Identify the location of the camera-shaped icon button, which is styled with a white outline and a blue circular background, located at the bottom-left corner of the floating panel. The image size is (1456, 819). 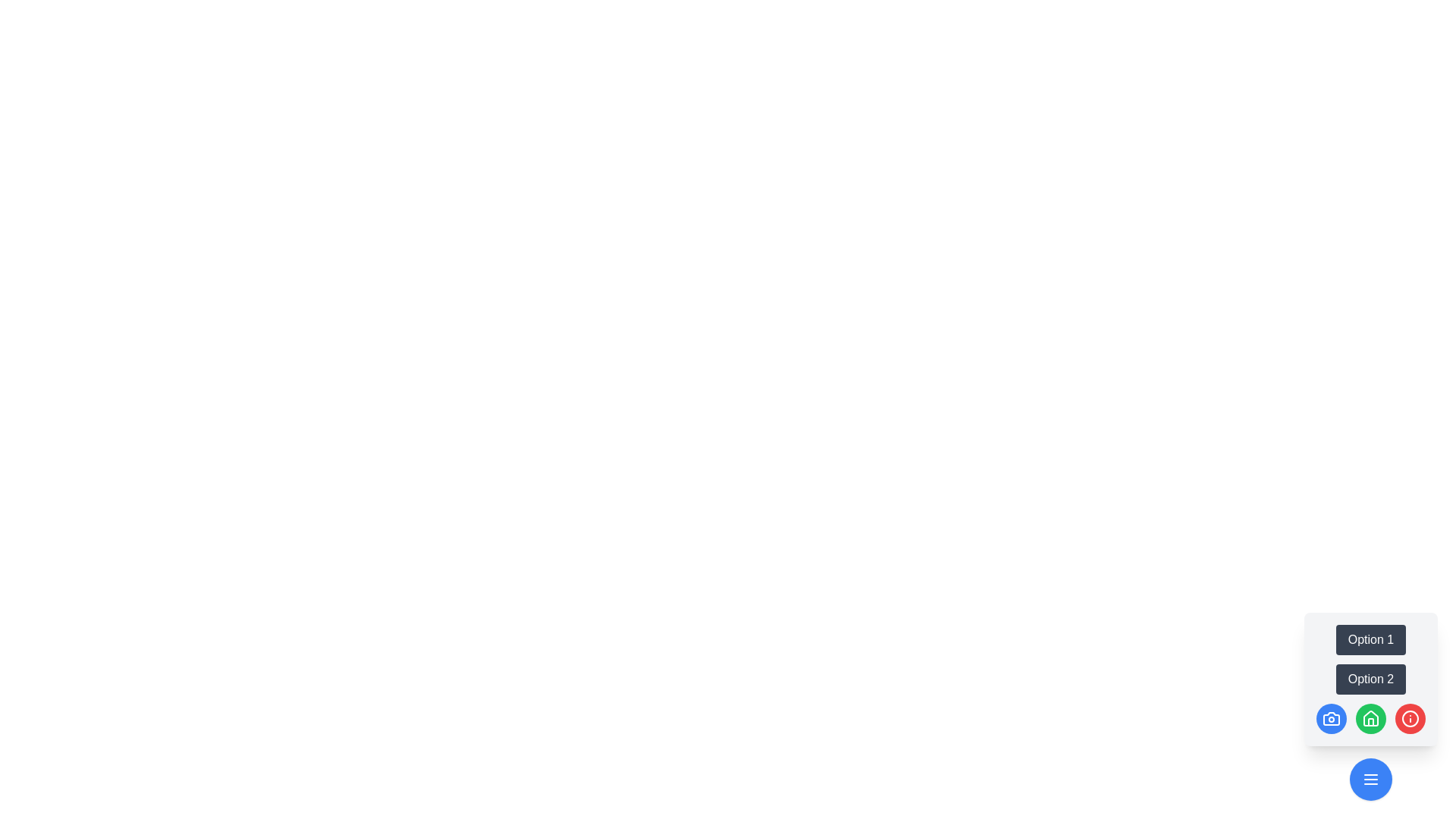
(1331, 718).